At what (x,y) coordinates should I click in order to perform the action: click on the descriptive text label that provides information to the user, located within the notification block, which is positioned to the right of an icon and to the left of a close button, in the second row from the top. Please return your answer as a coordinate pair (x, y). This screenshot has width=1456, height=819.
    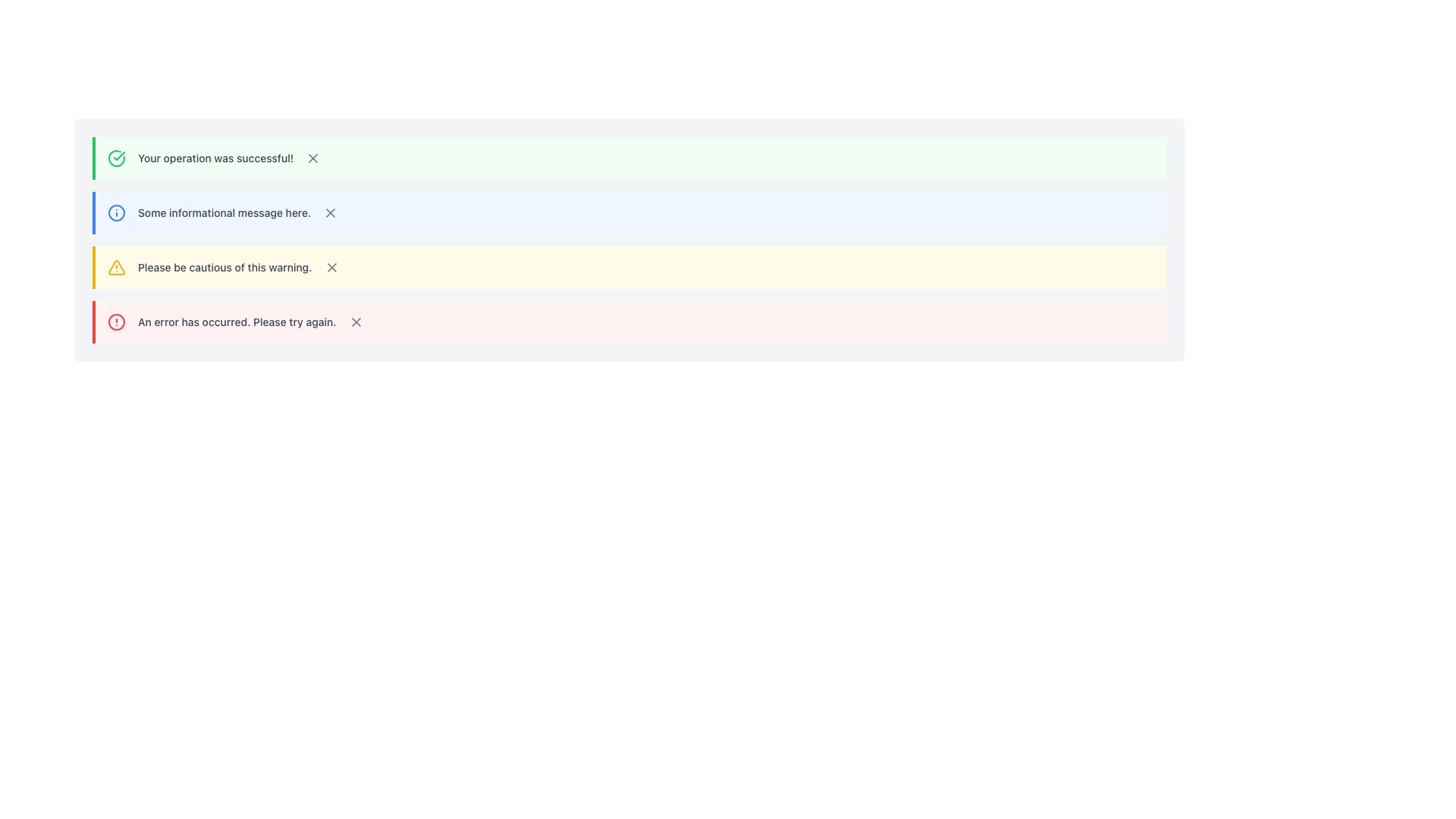
    Looking at the image, I should click on (224, 213).